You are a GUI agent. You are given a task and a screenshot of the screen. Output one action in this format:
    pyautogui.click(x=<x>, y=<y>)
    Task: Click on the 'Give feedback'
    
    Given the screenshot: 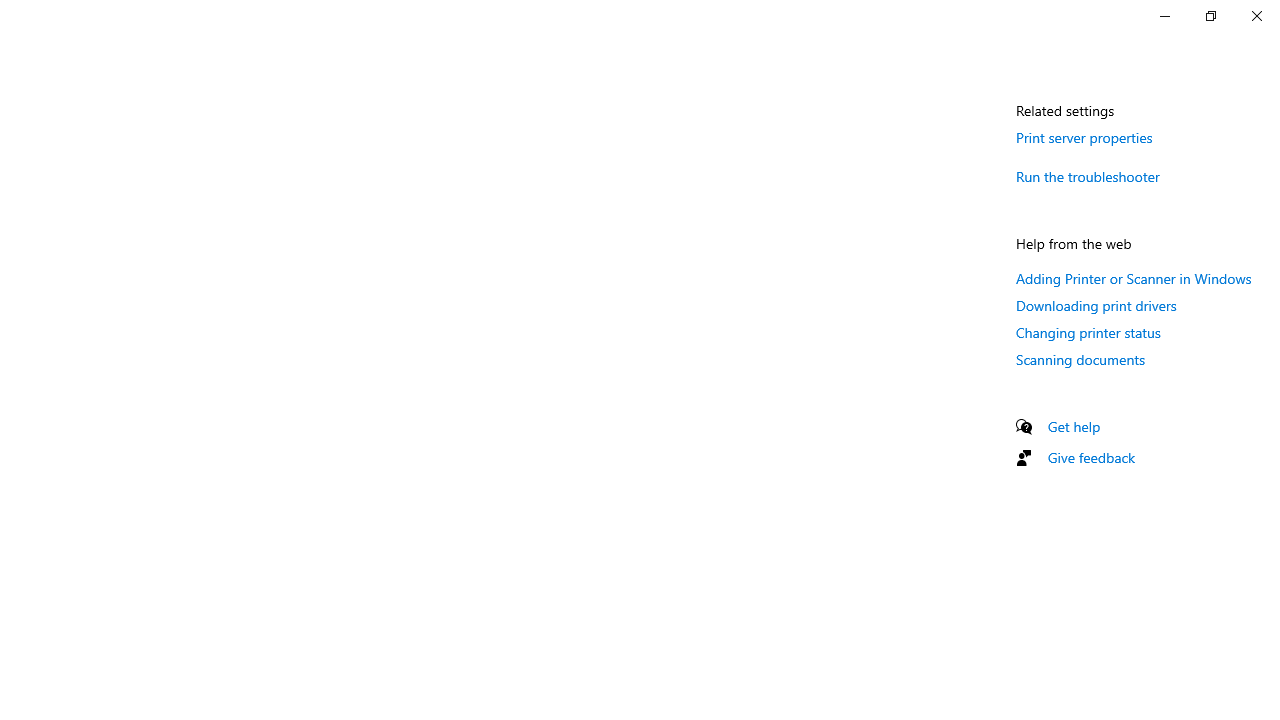 What is the action you would take?
    pyautogui.click(x=1090, y=457)
    